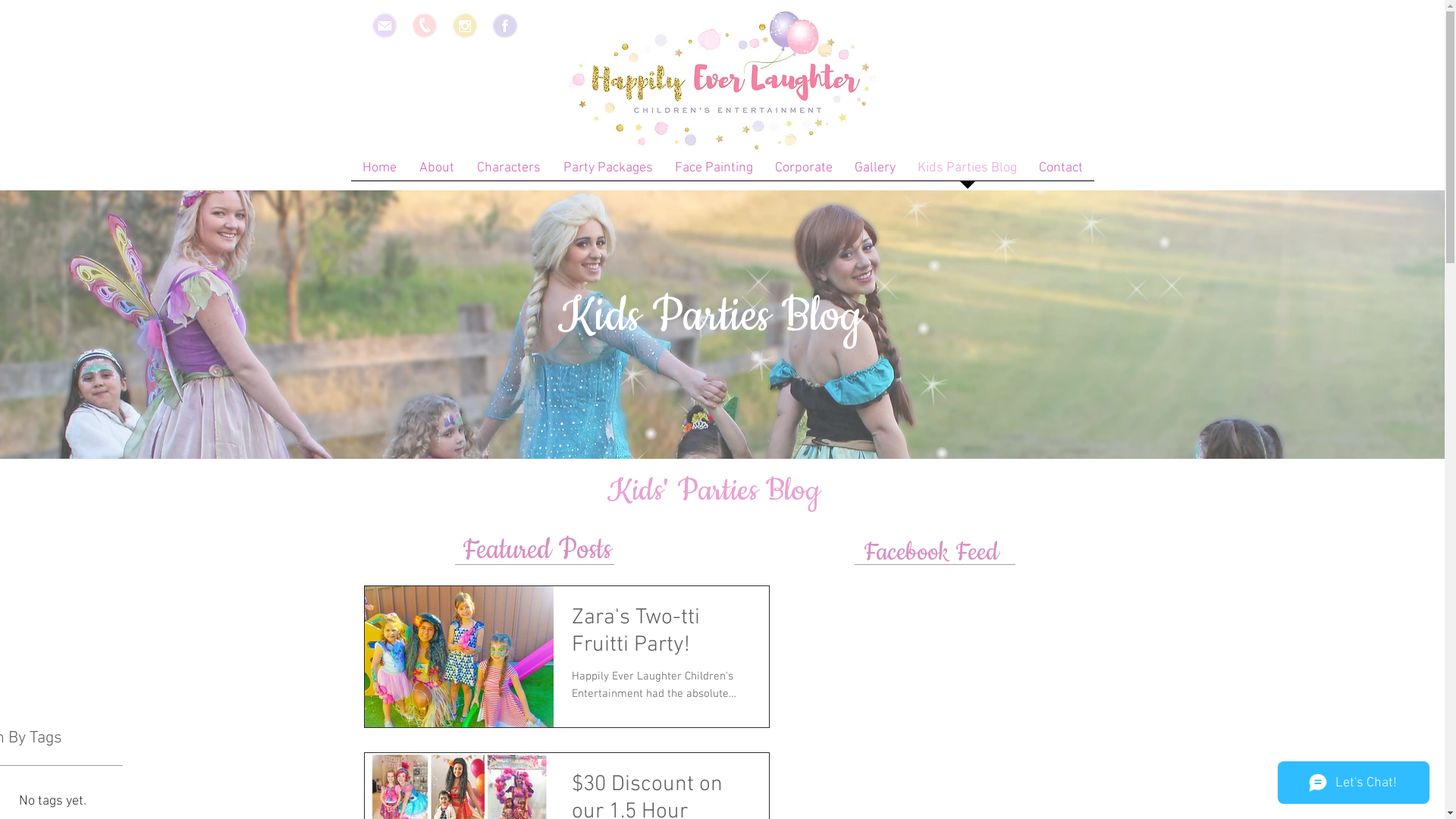 This screenshot has width=1456, height=819. I want to click on 'Face Painting', so click(713, 171).